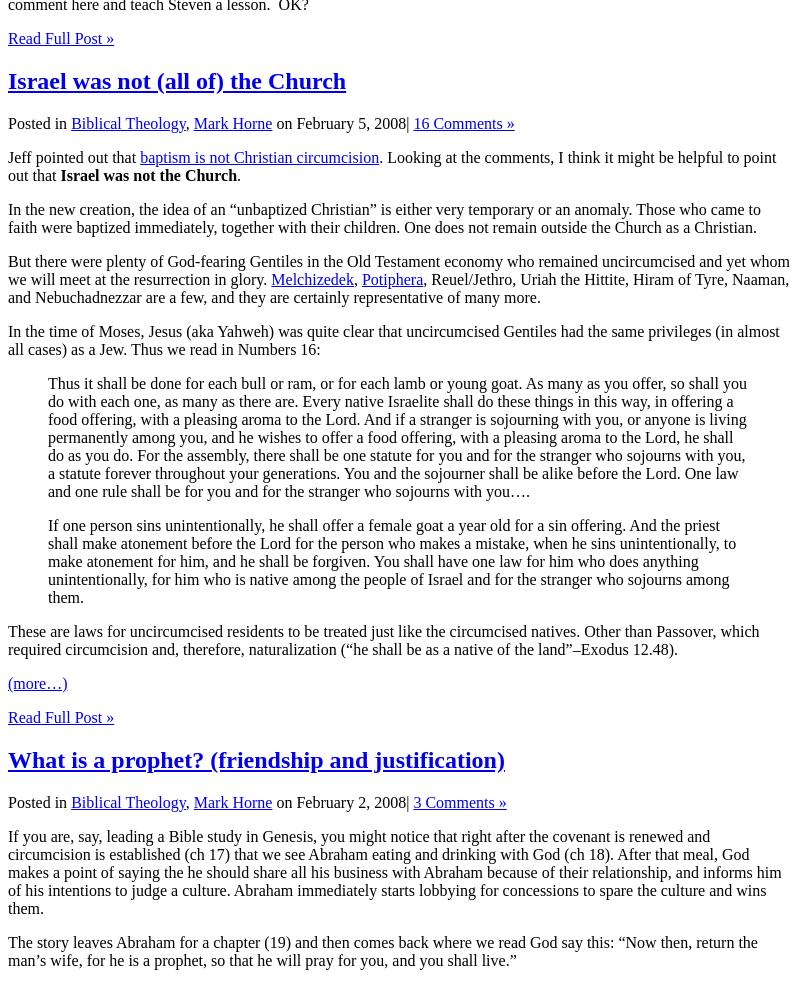  I want to click on 'These are laws for uncircumcised residents to be treated just like the circumcised natives.  Other than Passover, which required circumcision and, therefore, naturalization (“he shall be as a native of the land”–Exodus 12.48).', so click(382, 640).